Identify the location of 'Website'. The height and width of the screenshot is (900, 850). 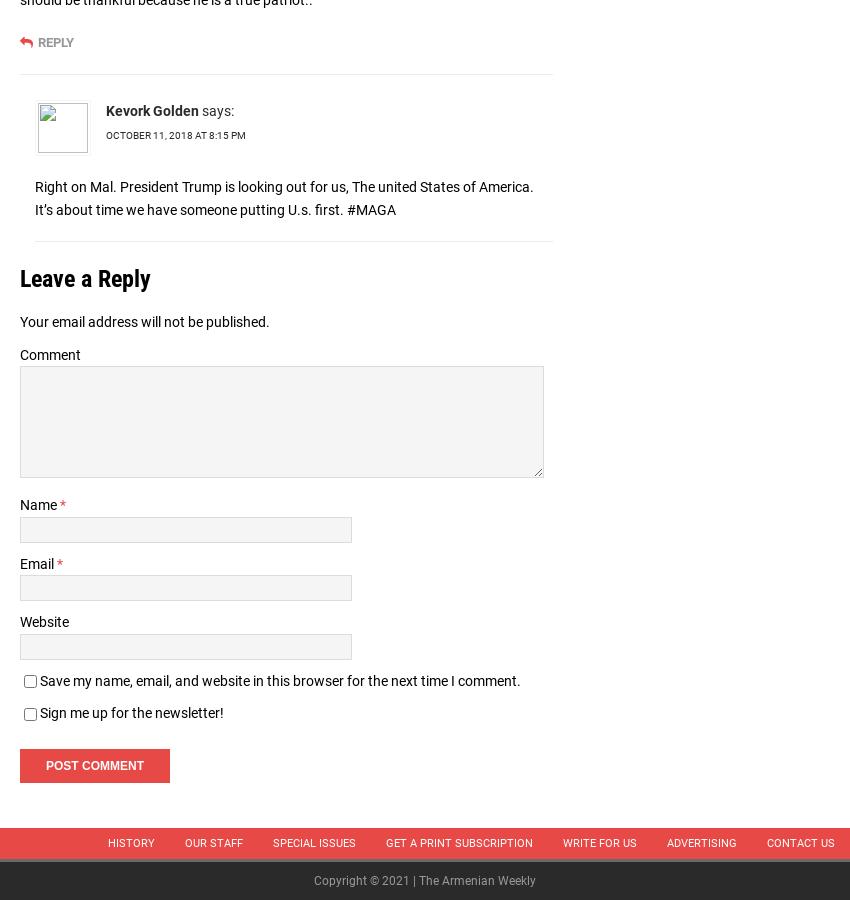
(18, 621).